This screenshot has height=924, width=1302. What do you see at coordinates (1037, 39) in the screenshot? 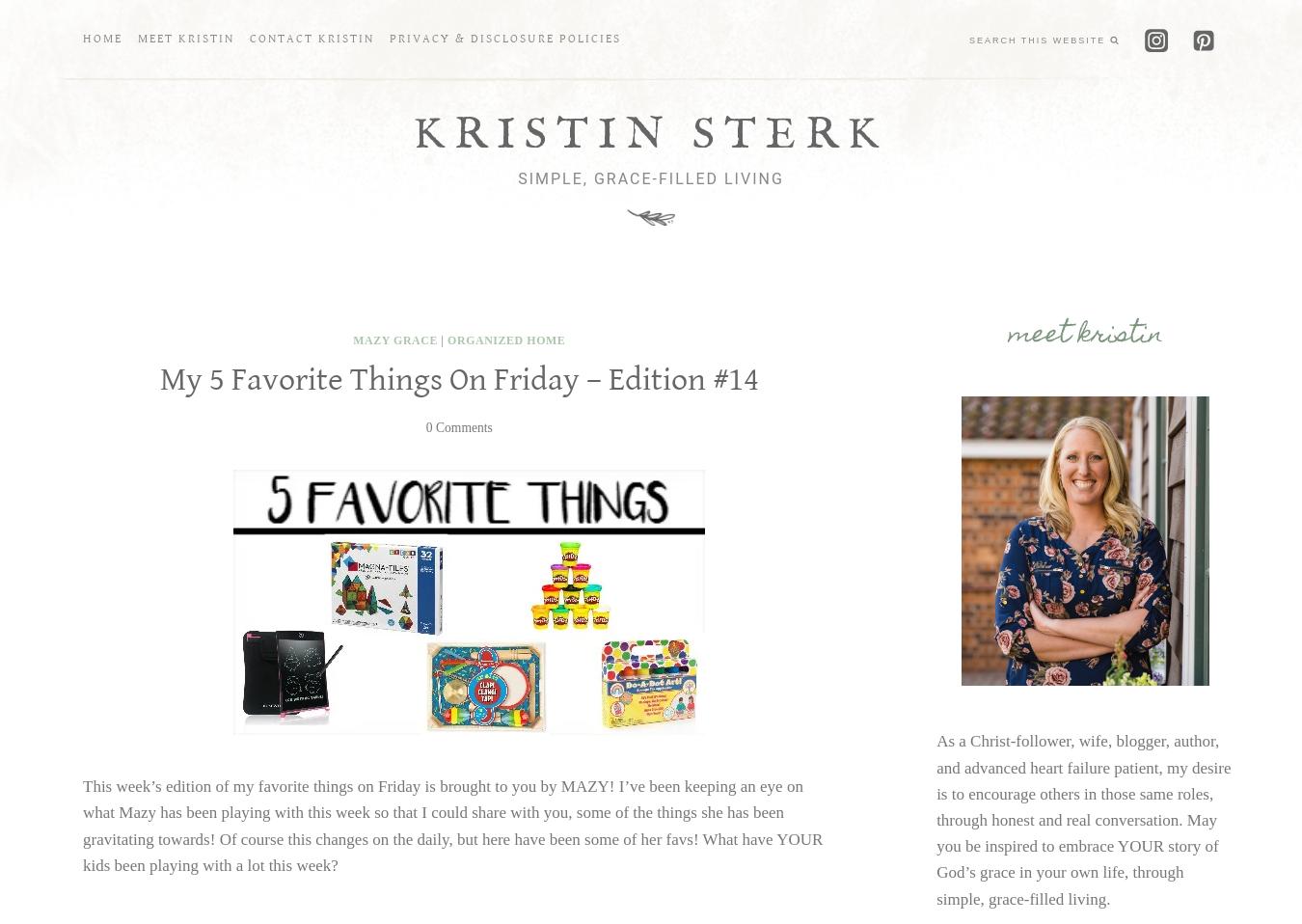
I see `'SEARCH THIS WEBSITE'` at bounding box center [1037, 39].